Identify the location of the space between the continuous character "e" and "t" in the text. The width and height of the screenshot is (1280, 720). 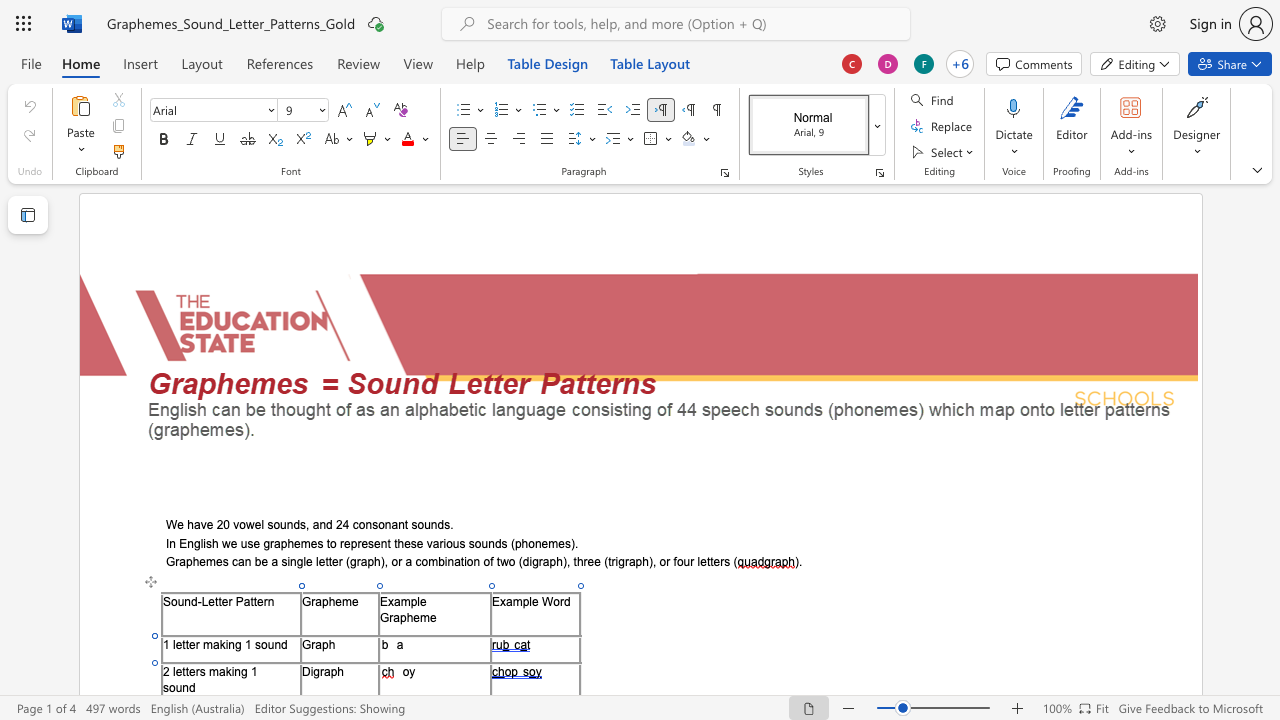
(181, 671).